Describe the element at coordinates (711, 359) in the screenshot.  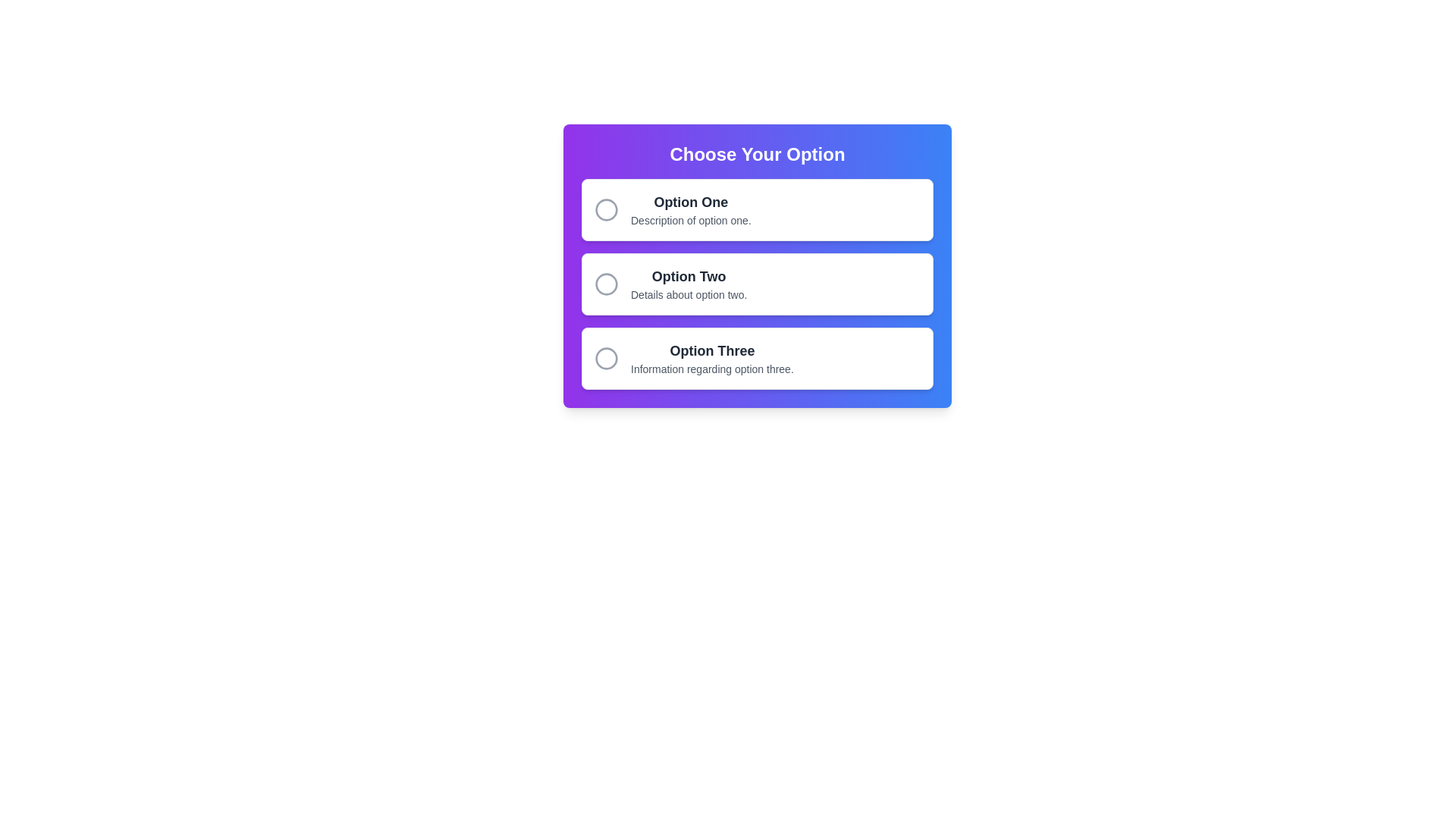
I see `the text block that serves as the label and description for 'Option Three' in the vertical list of options` at that location.